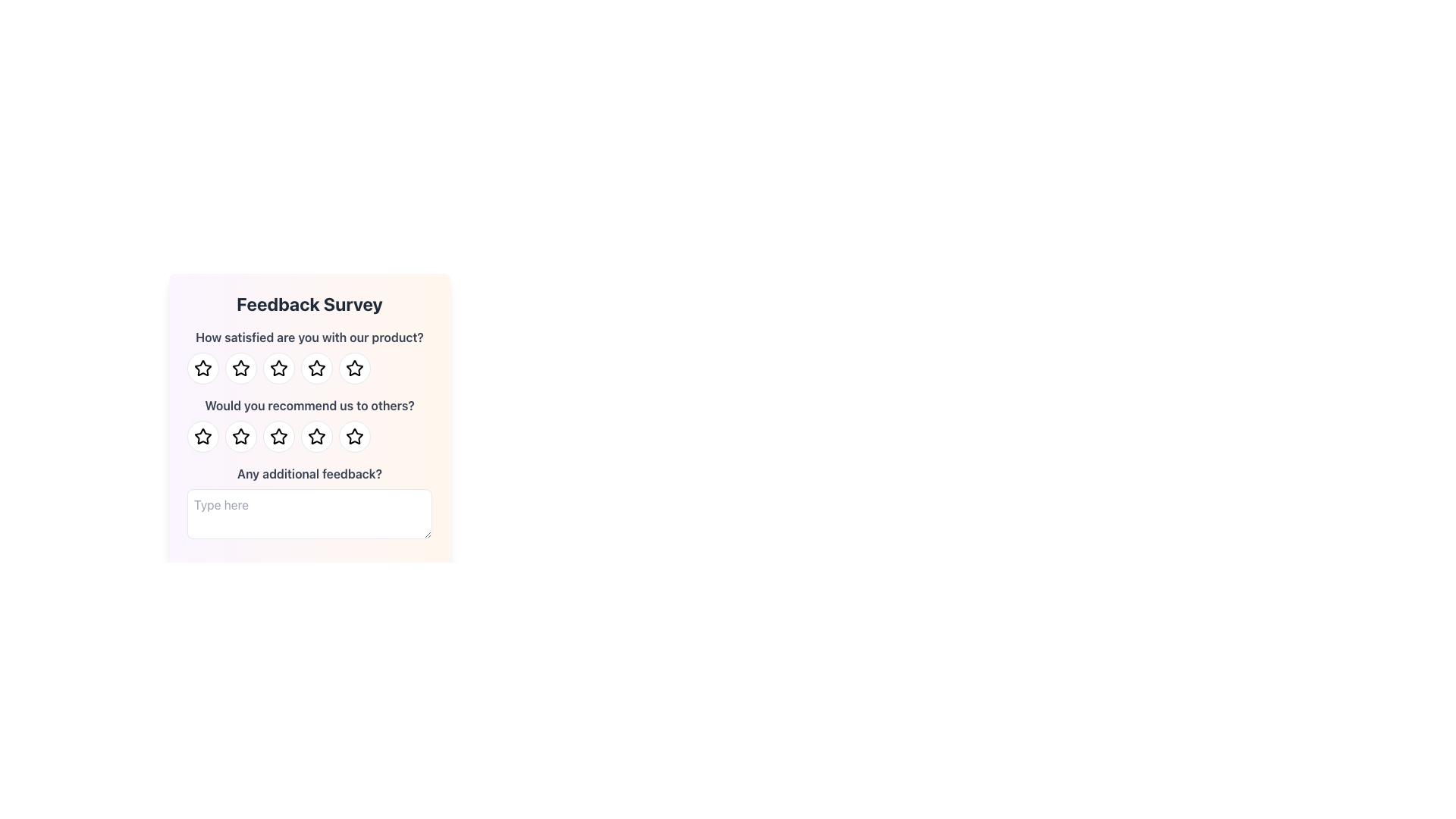  Describe the element at coordinates (279, 436) in the screenshot. I see `the filled red star button, which is the third star in the second row of the feedback survey asking 'Would you recommend us to others?'` at that location.